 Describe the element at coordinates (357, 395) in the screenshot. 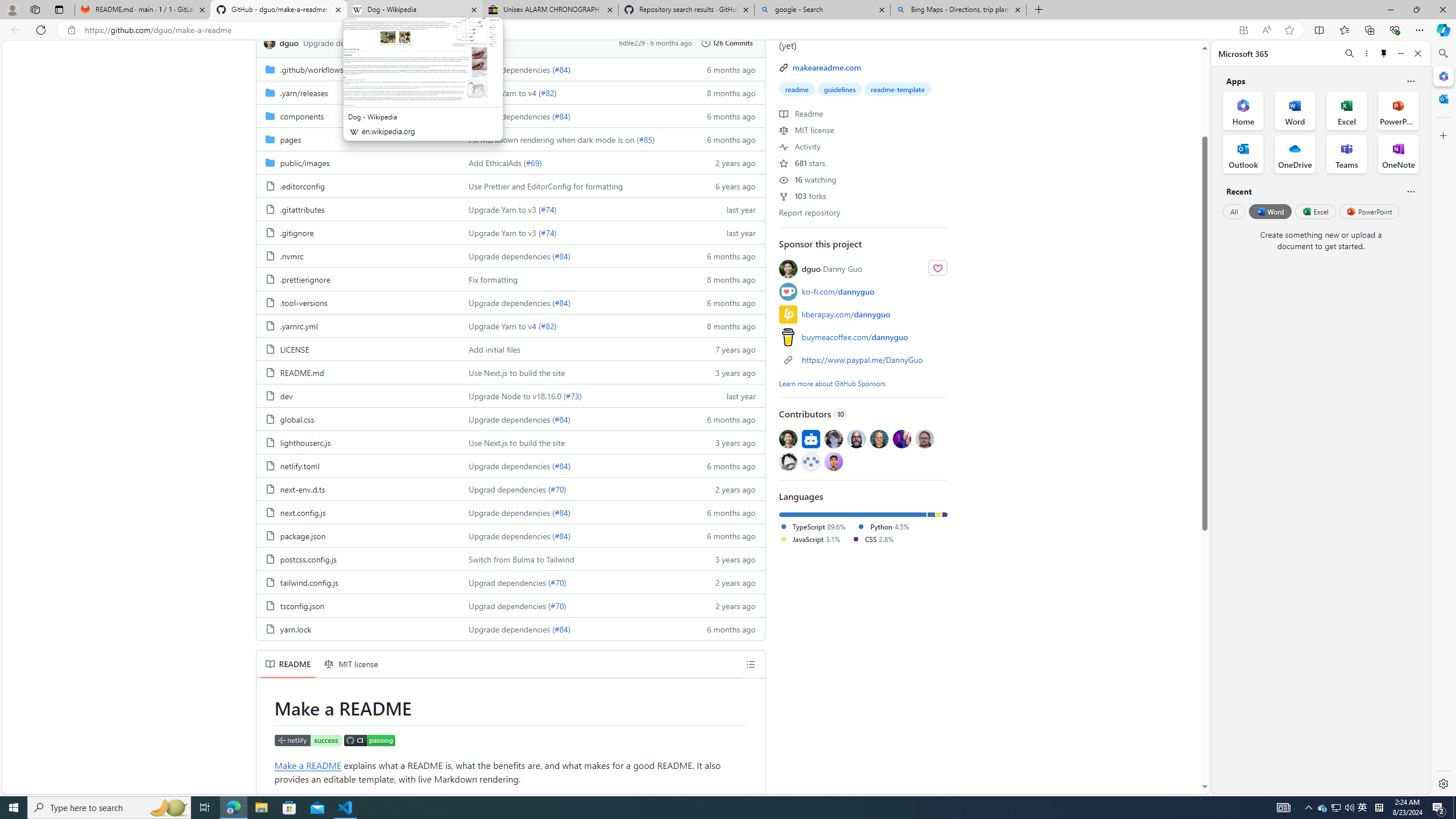

I see `'dev, (File)'` at that location.